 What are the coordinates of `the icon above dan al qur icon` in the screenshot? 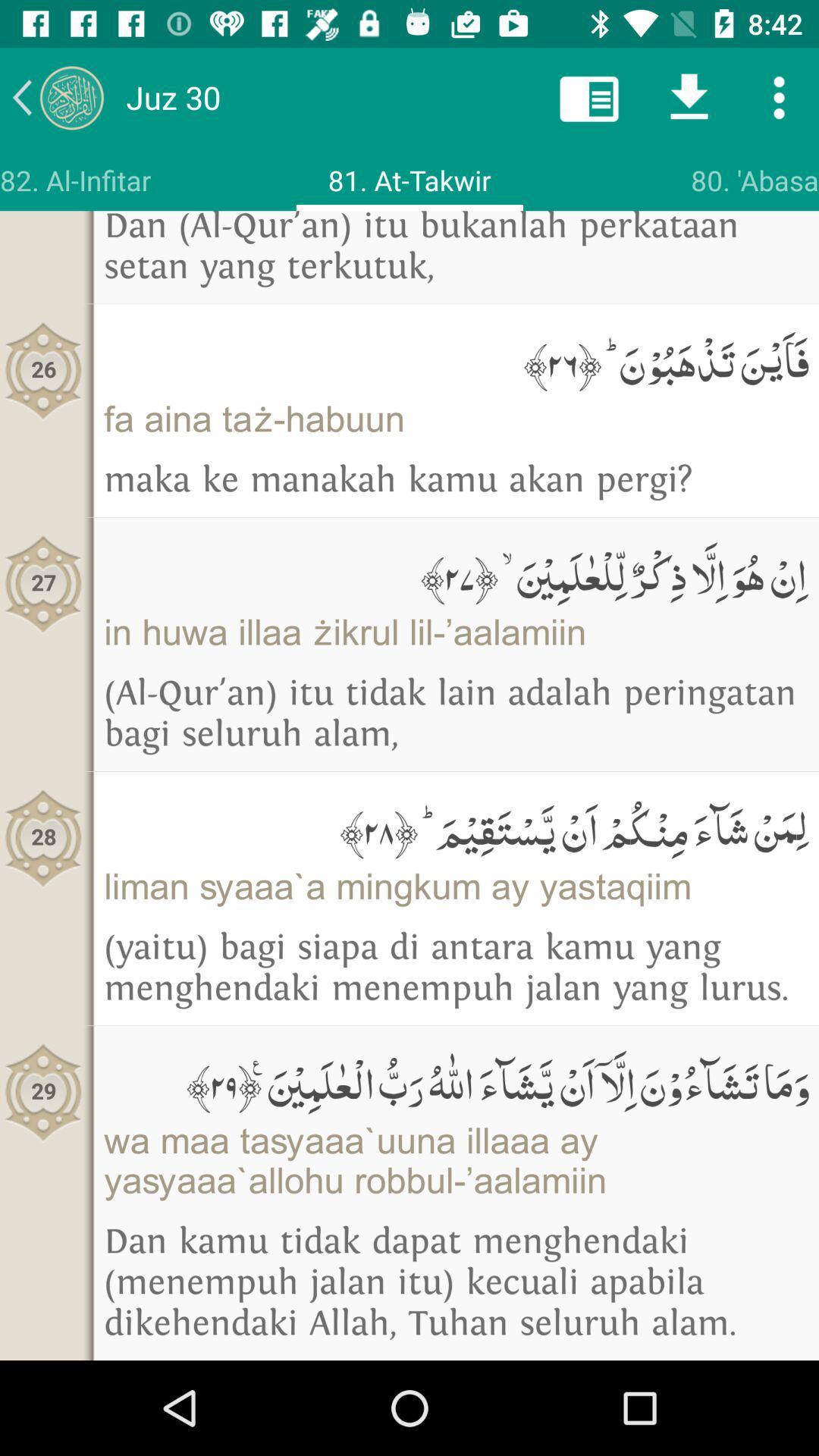 It's located at (75, 180).